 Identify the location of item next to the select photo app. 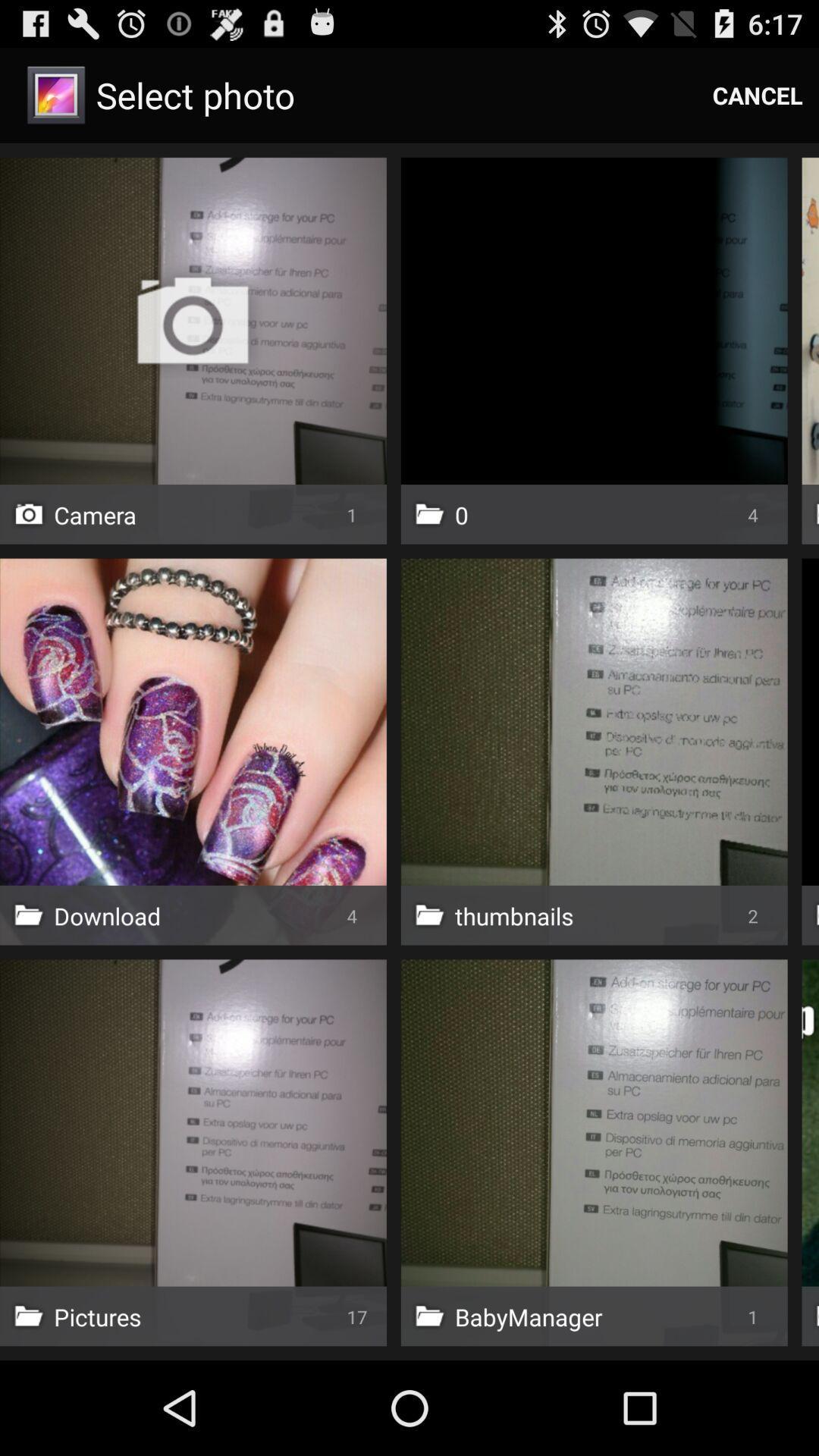
(758, 94).